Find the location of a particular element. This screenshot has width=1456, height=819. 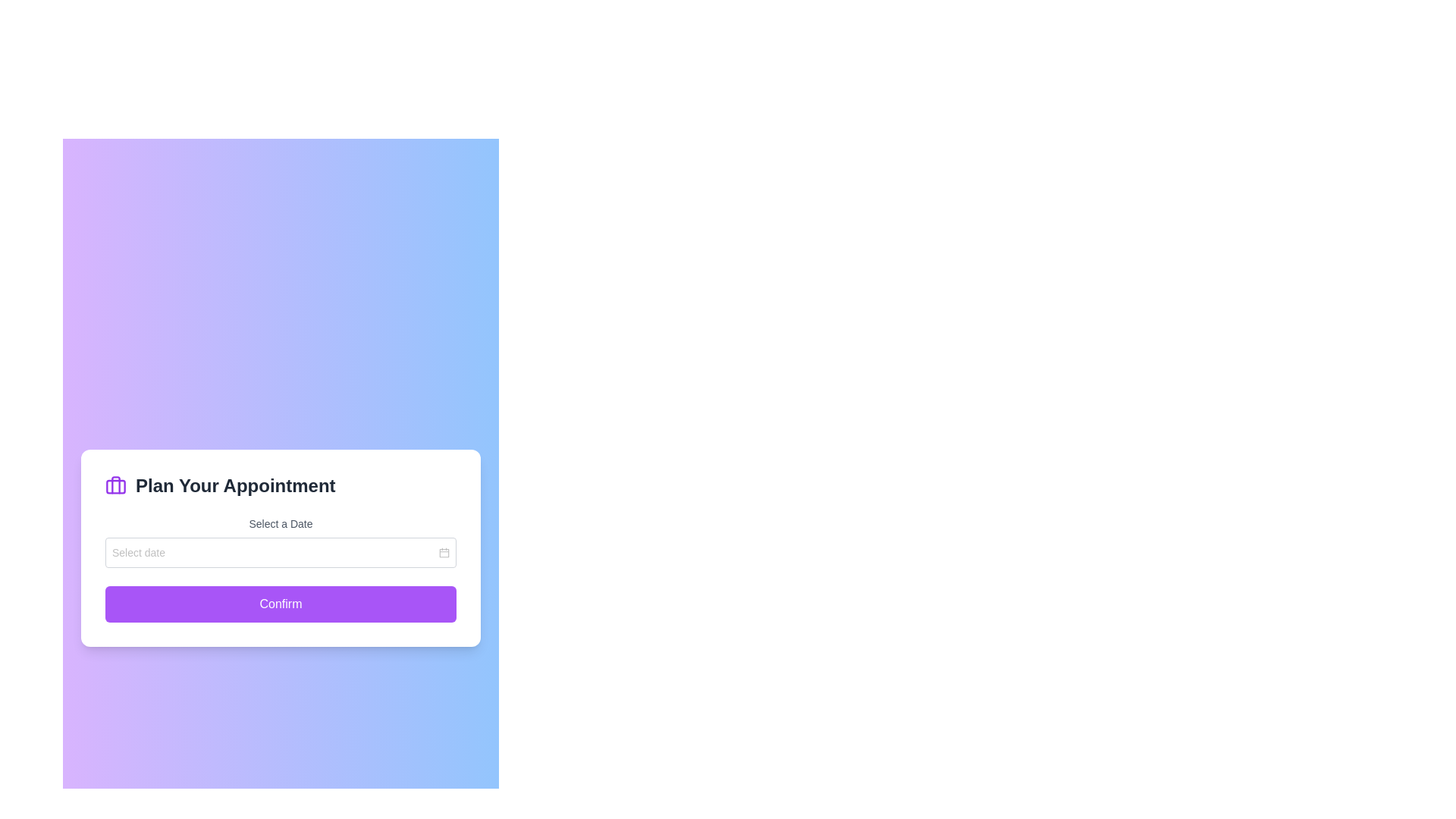

the Header element that serves as a title for the section, located at the top of the card above 'Select a Date' and 'Confirm' is located at coordinates (281, 485).